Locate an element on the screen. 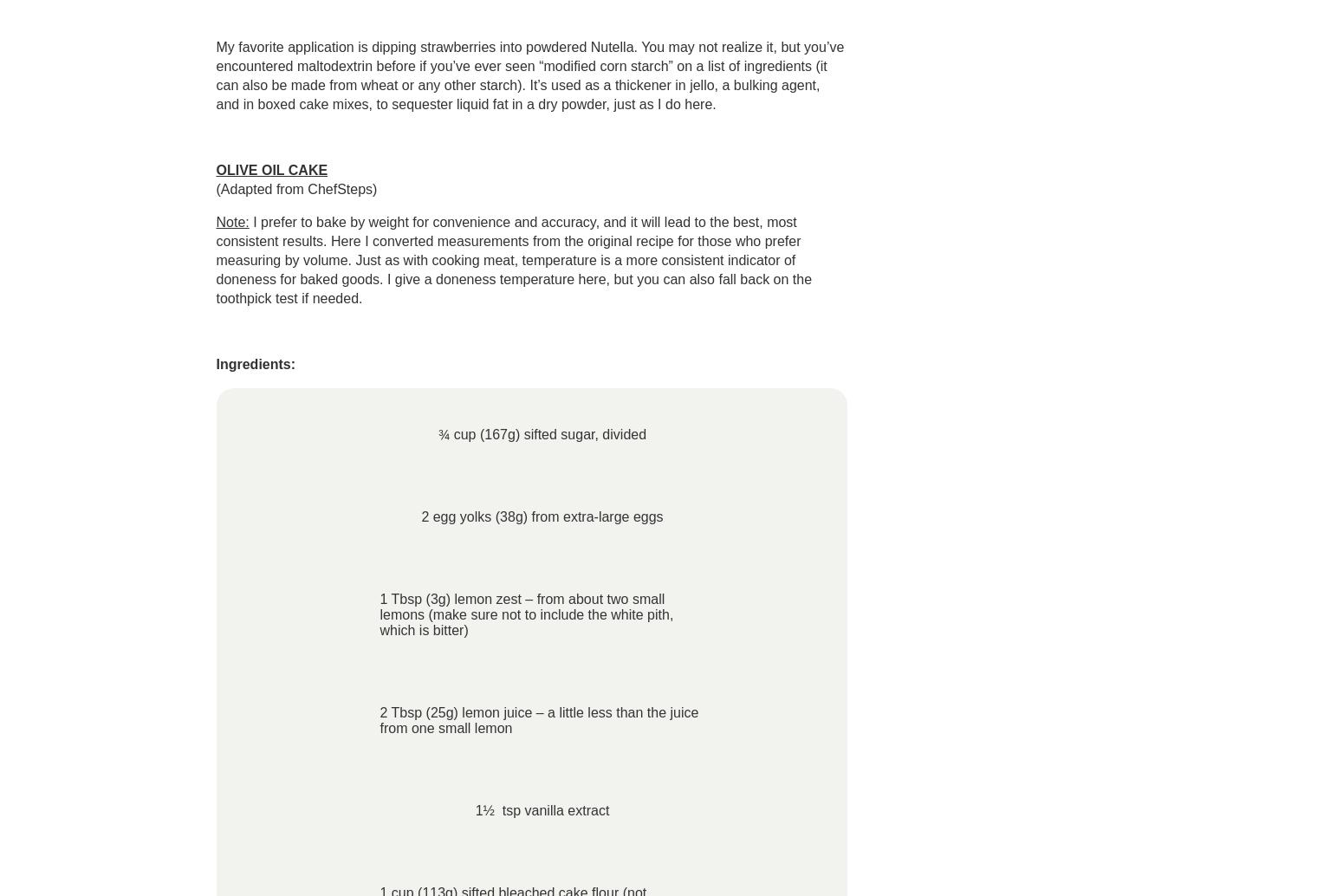 This screenshot has width=1343, height=896. 'Ingredients:' is located at coordinates (255, 363).